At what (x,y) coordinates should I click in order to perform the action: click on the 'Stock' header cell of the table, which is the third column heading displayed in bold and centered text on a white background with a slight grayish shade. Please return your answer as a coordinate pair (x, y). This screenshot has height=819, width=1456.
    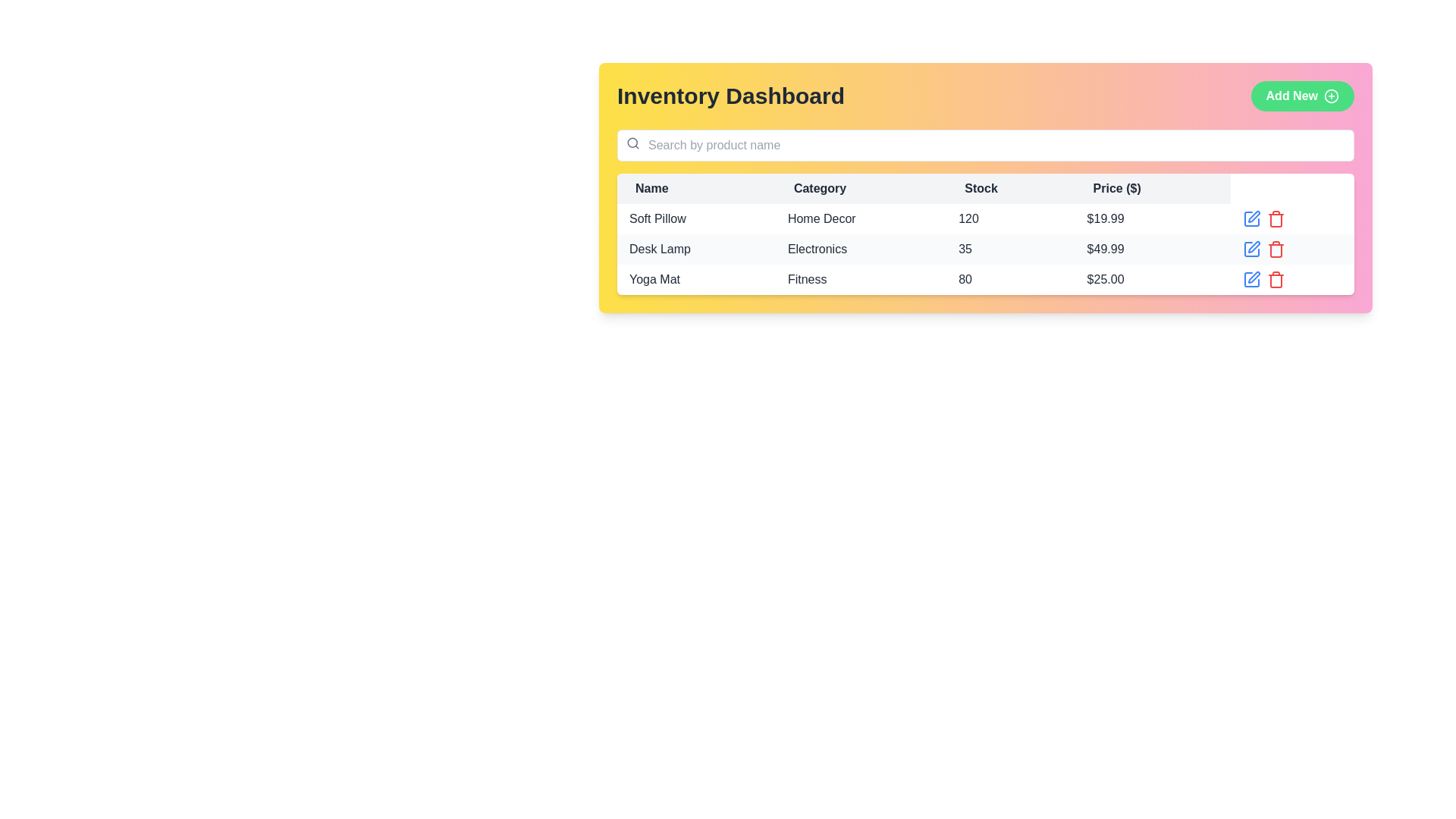
    Looking at the image, I should click on (986, 188).